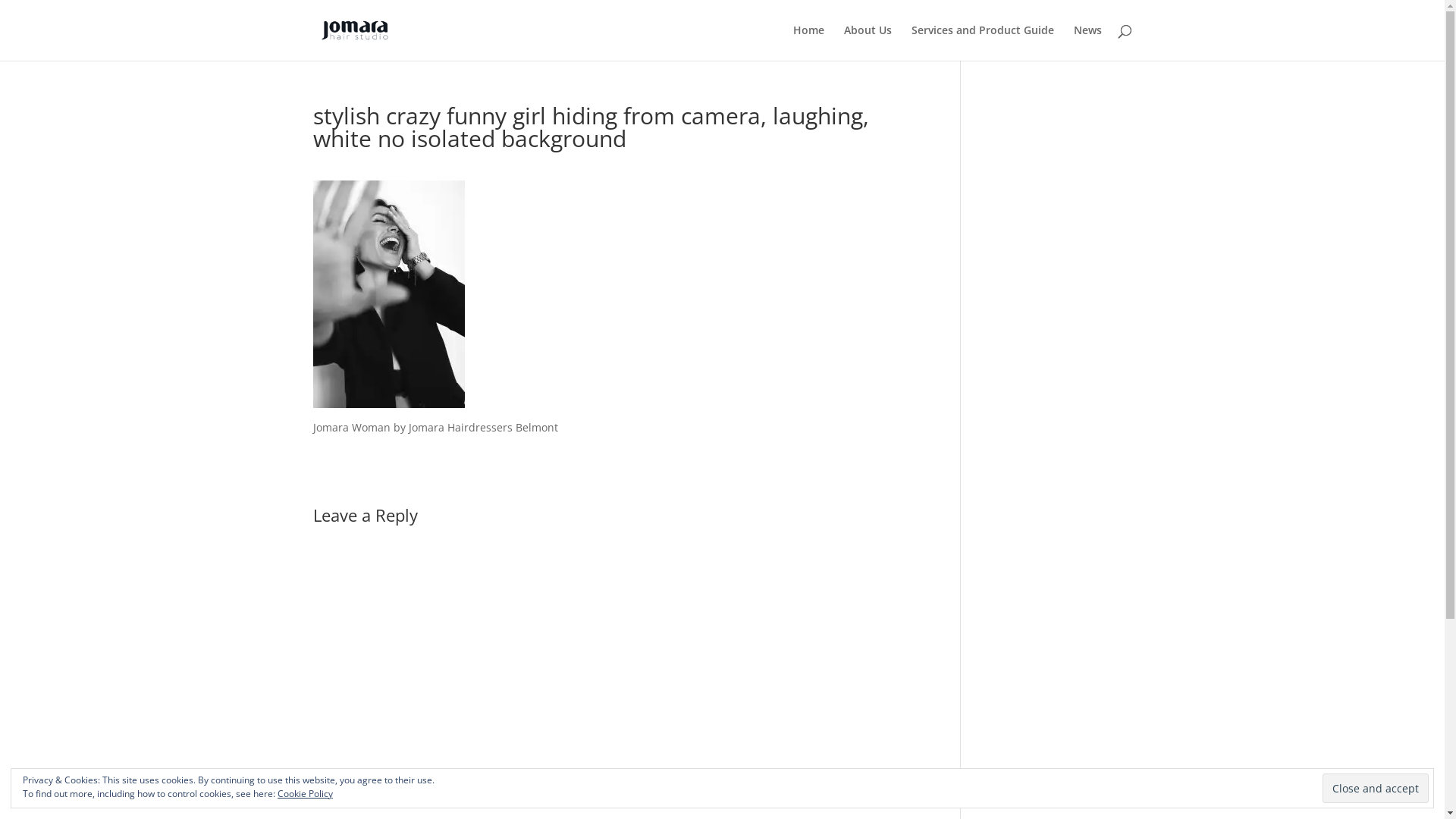 The image size is (1456, 819). Describe the element at coordinates (1087, 42) in the screenshot. I see `'News'` at that location.